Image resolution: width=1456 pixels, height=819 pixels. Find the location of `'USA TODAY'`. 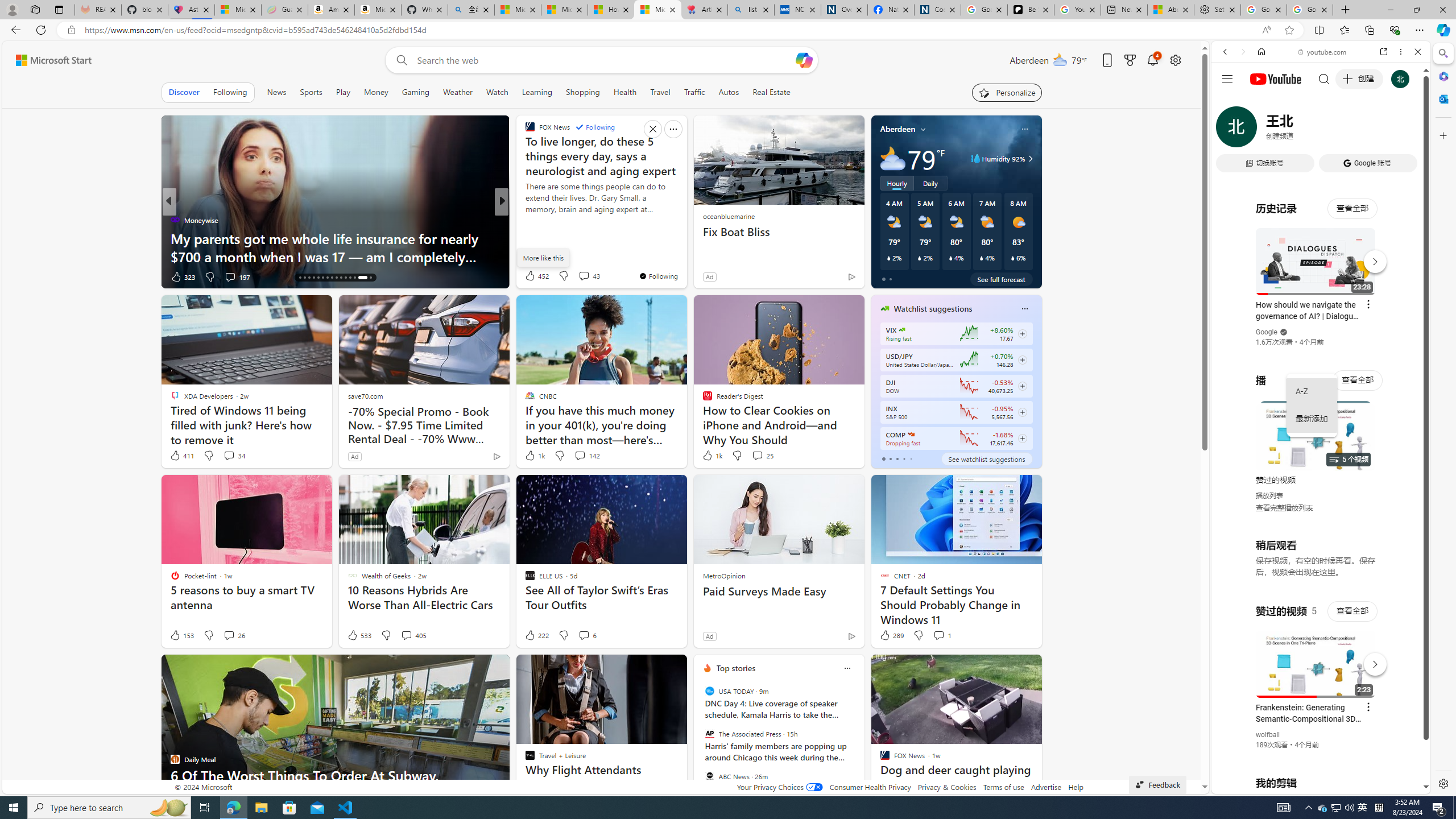

'USA TODAY' is located at coordinates (709, 690).